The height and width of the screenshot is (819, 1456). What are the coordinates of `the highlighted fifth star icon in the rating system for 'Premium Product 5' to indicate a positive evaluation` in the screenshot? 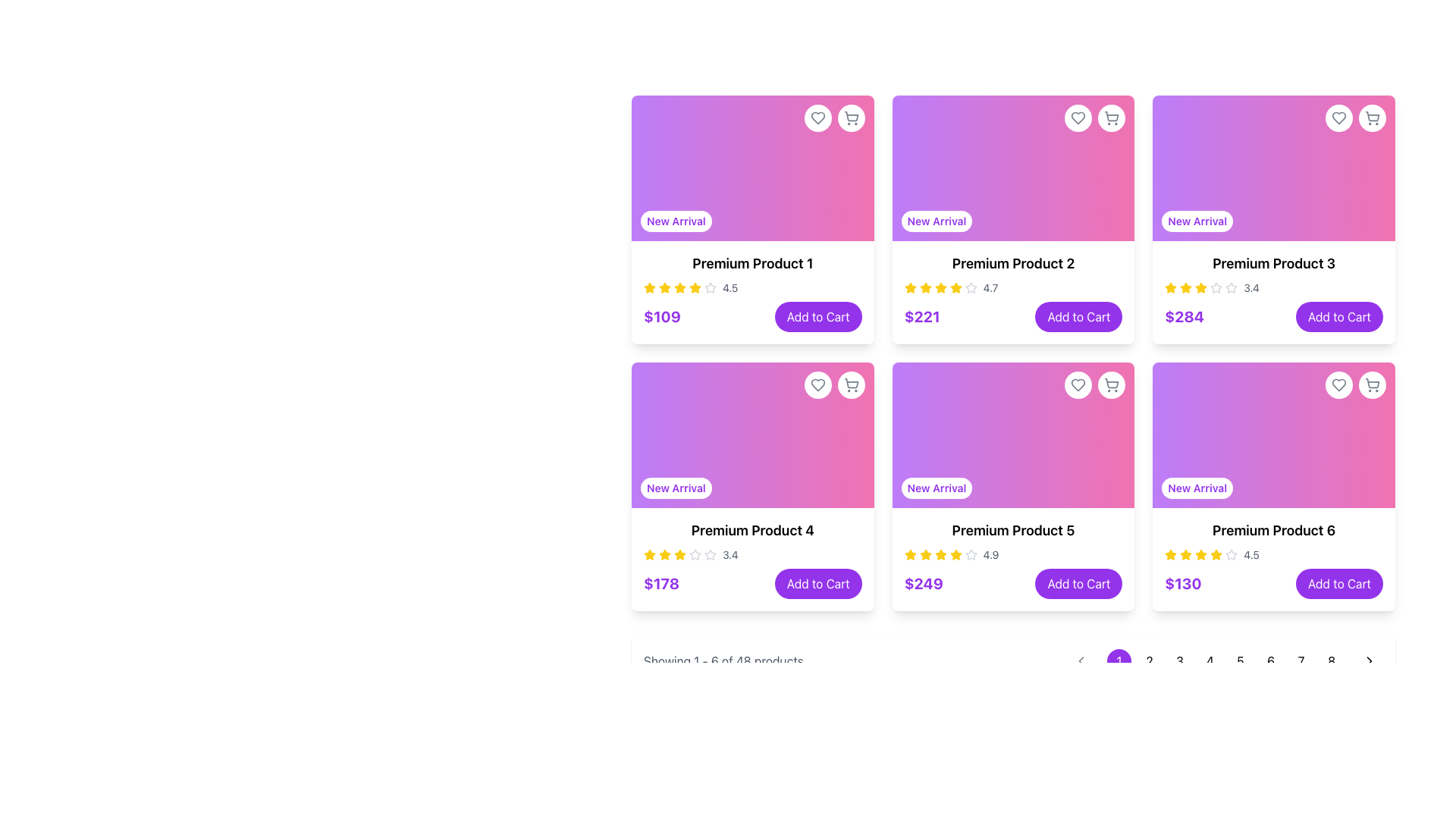 It's located at (940, 555).